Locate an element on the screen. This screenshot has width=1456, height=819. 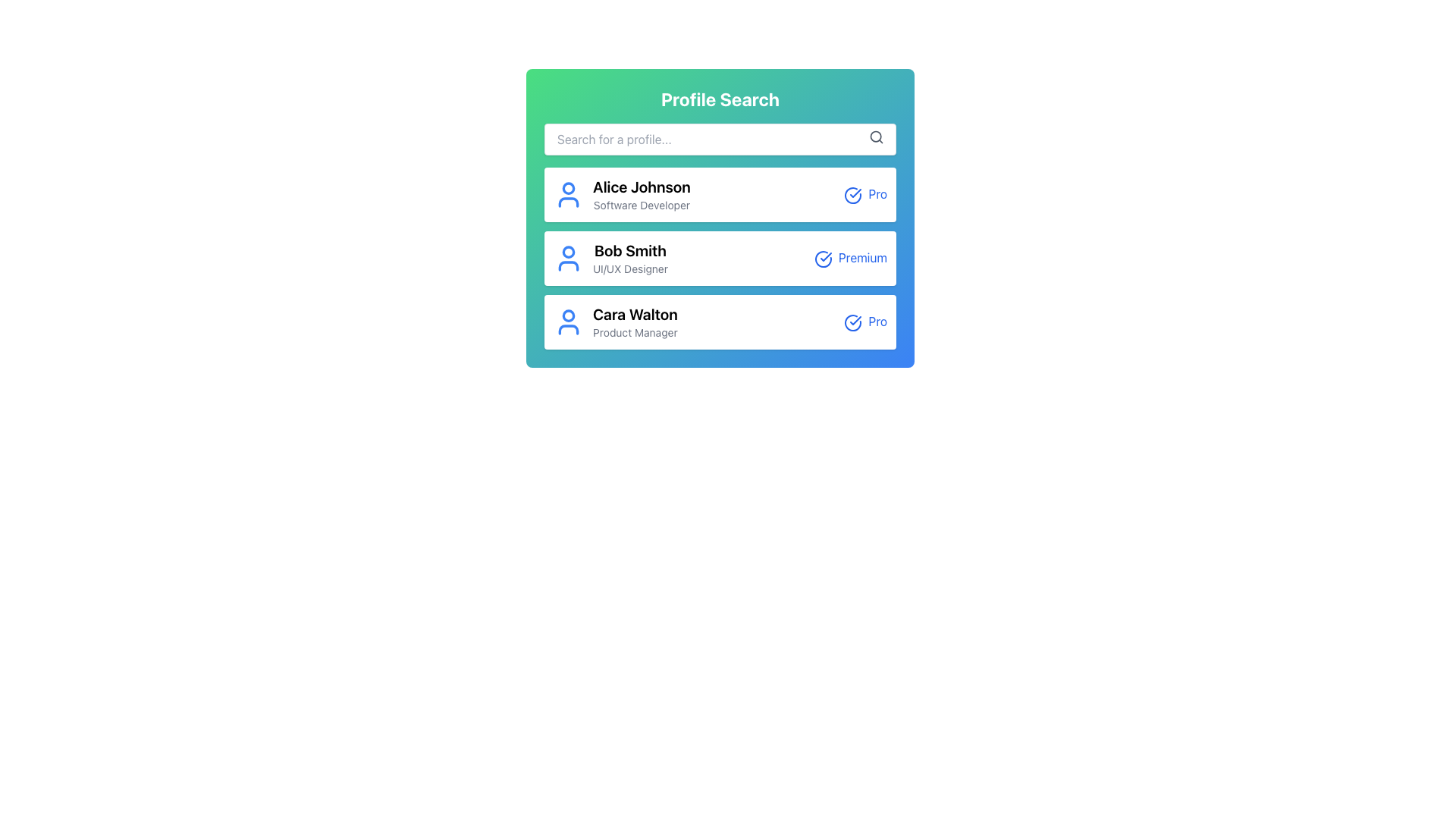
the 'Pro' designation icon located adjacent to 'Alice Johnson' in the top list item is located at coordinates (853, 194).